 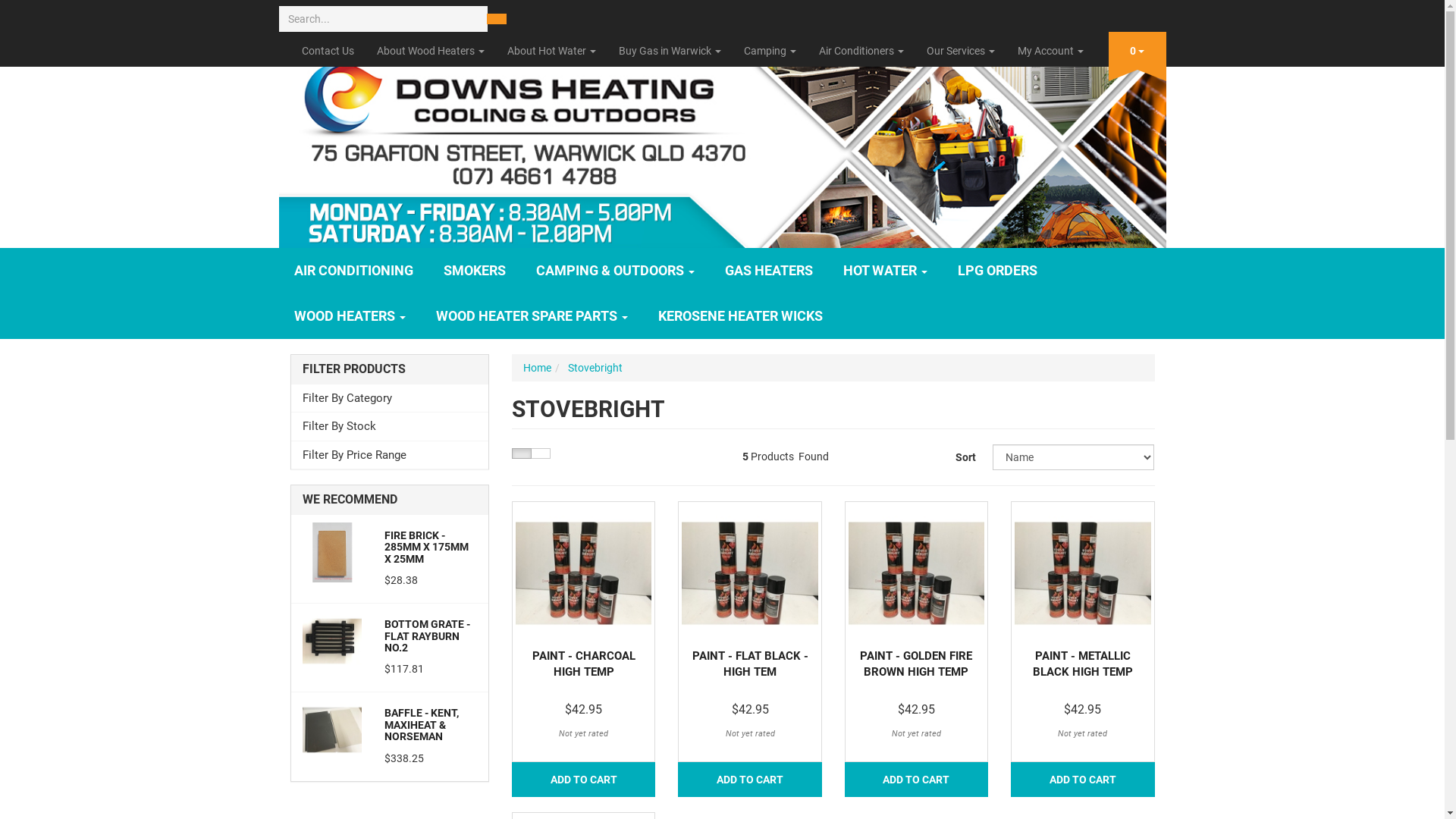 I want to click on 'SMOKERS', so click(x=472, y=270).